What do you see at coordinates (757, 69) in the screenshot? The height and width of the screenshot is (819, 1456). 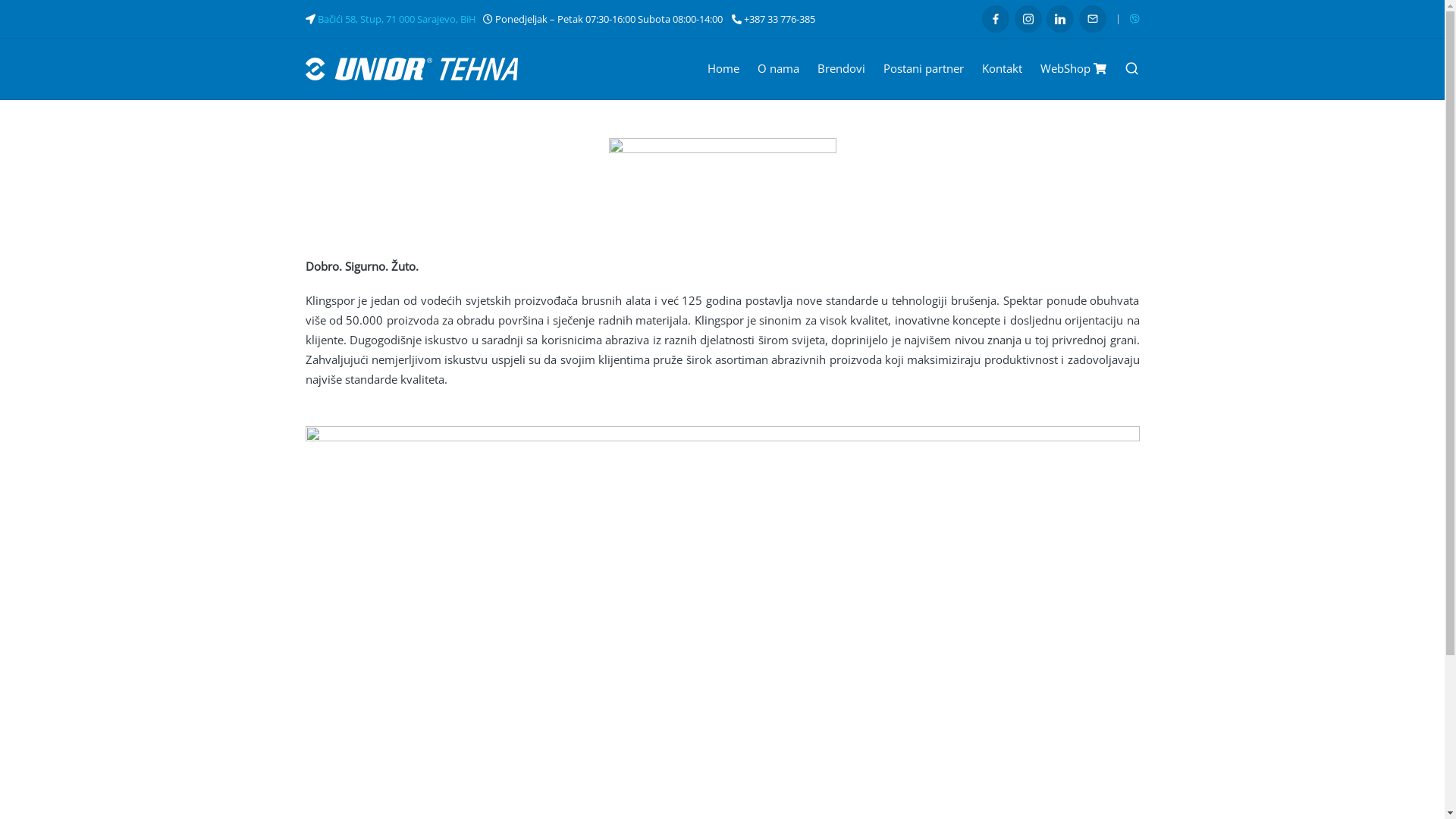 I see `'O nama'` at bounding box center [757, 69].